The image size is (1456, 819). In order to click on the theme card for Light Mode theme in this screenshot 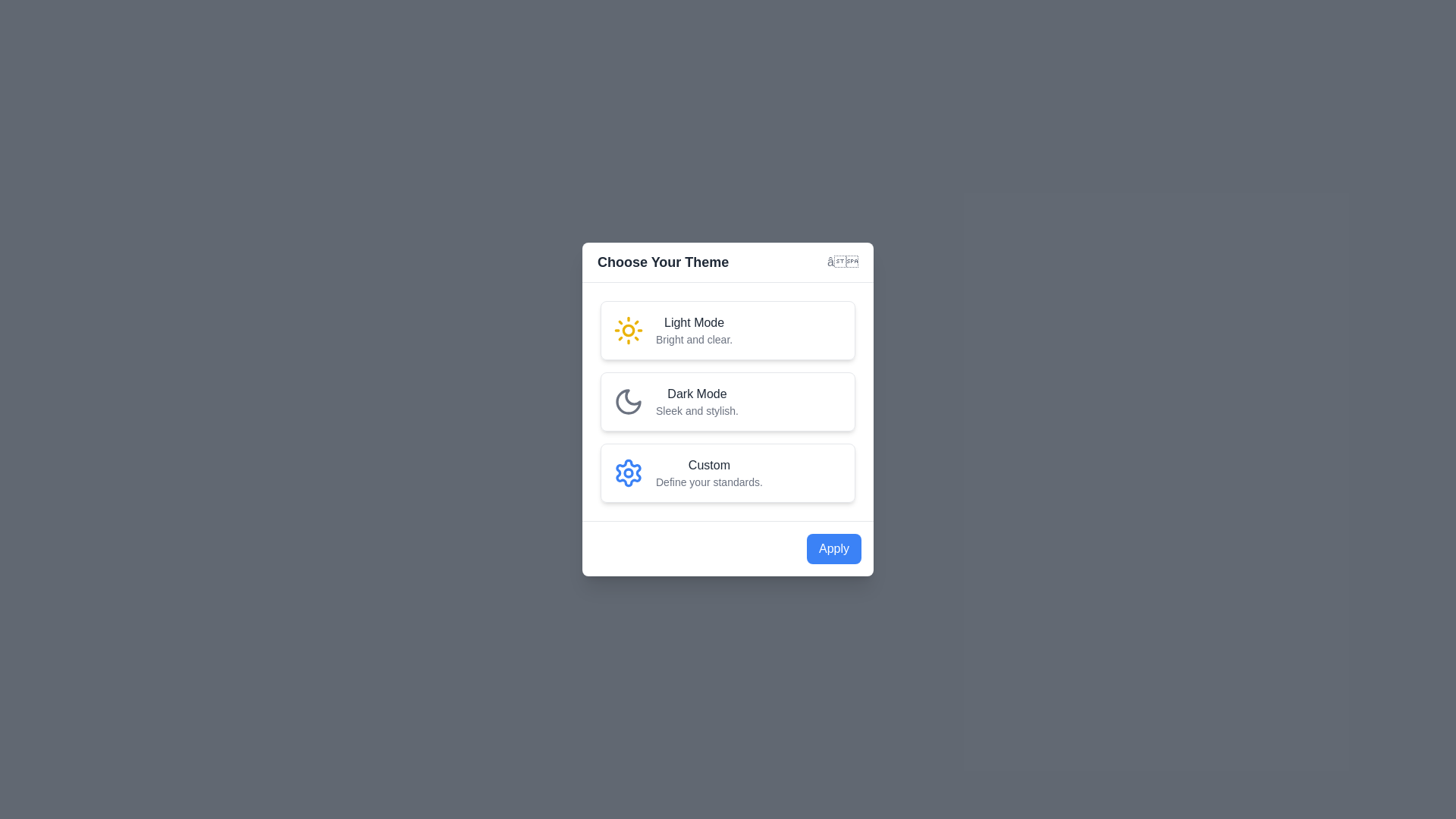, I will do `click(728, 329)`.